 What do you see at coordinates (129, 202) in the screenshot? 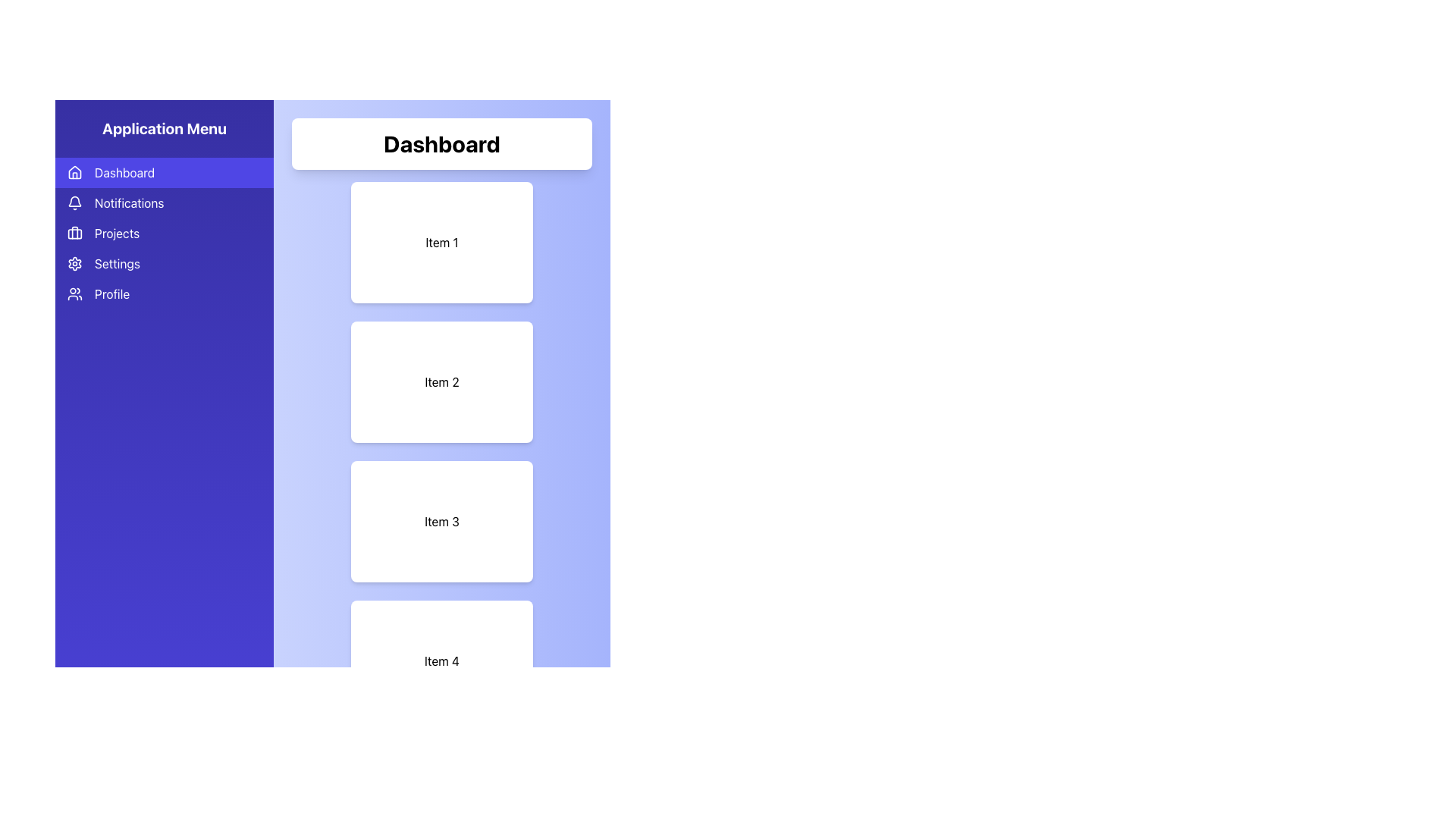
I see `the 'Notifications' menu item located in the second position of the vertical menu list in the left sidebar, below 'Dashboard' and above 'Projects'` at bounding box center [129, 202].